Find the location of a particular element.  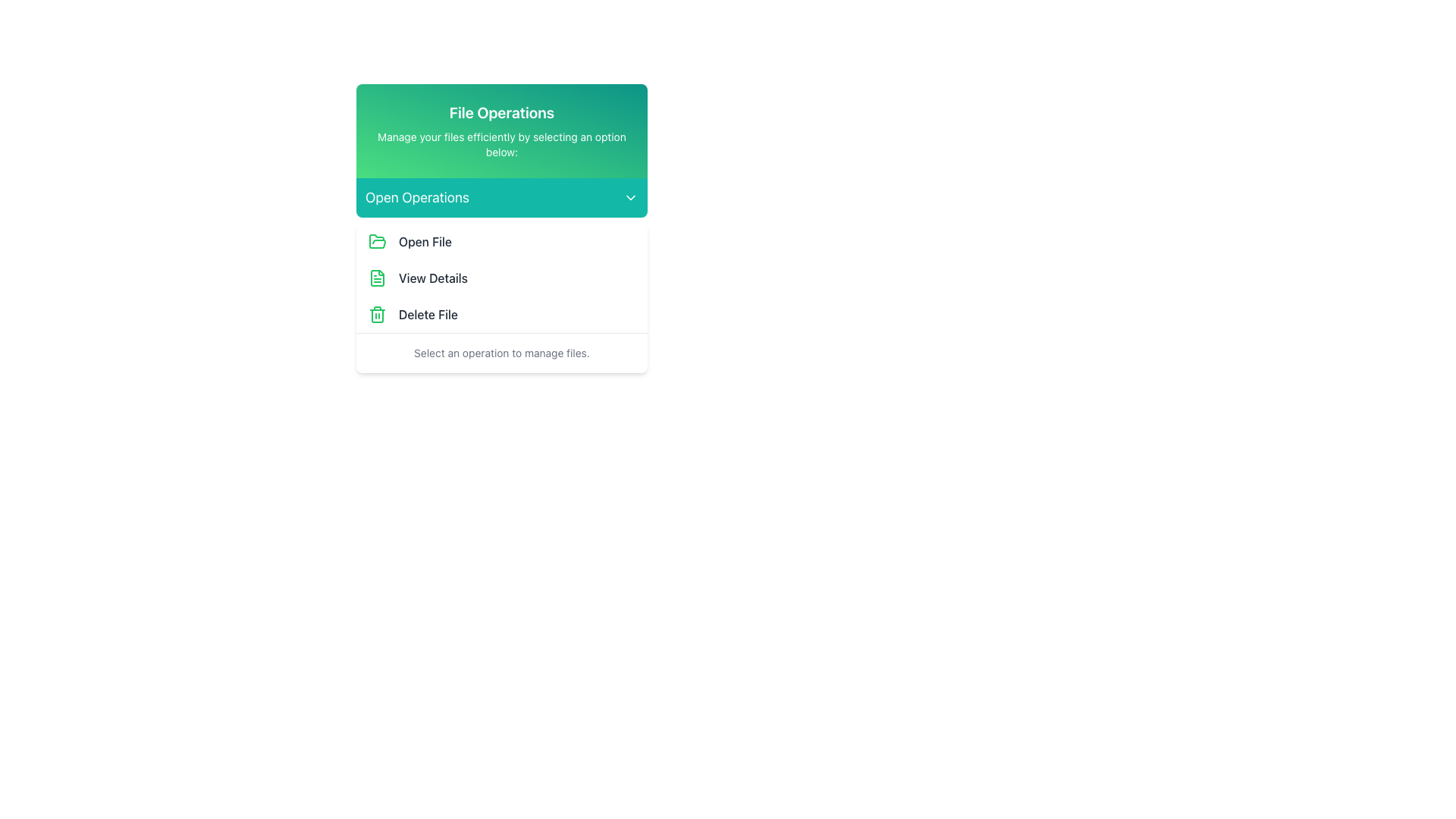

text indicator for the 'View Details' option located below the 'Open File' option in the 'Open Operations' section is located at coordinates (432, 278).